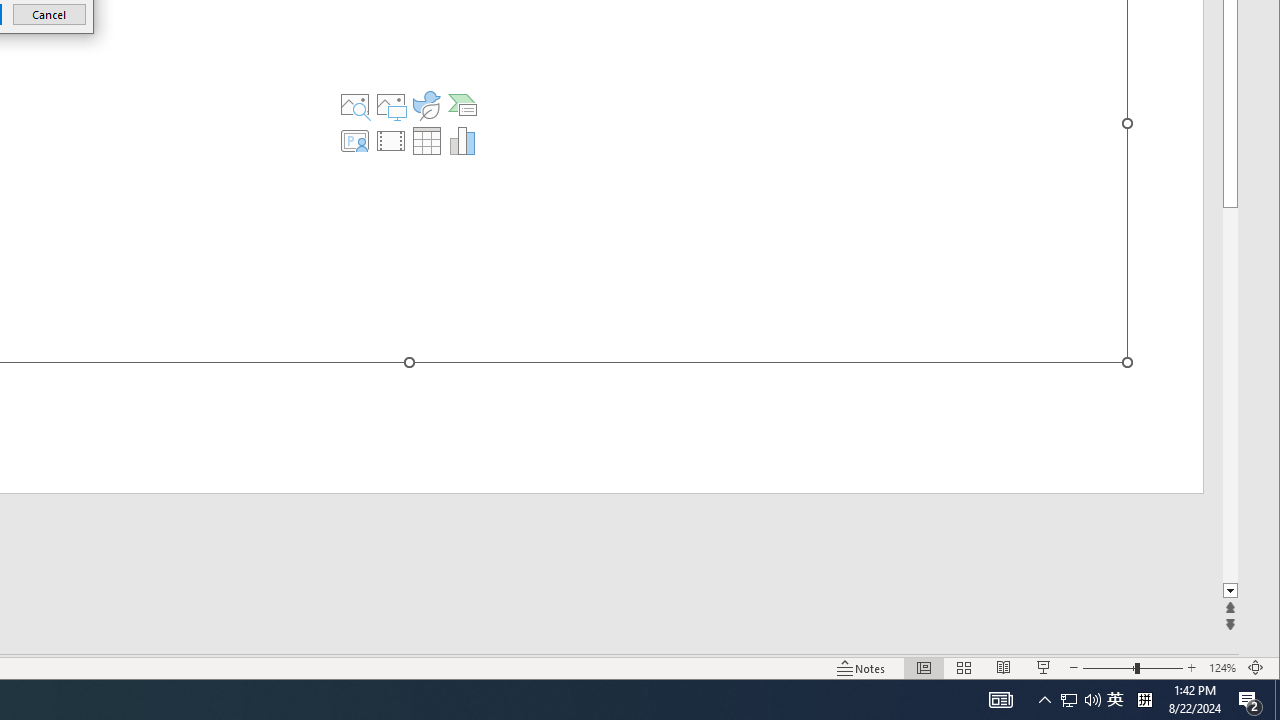 The width and height of the screenshot is (1280, 720). Describe the element at coordinates (425, 105) in the screenshot. I see `'Insert an Icon'` at that location.